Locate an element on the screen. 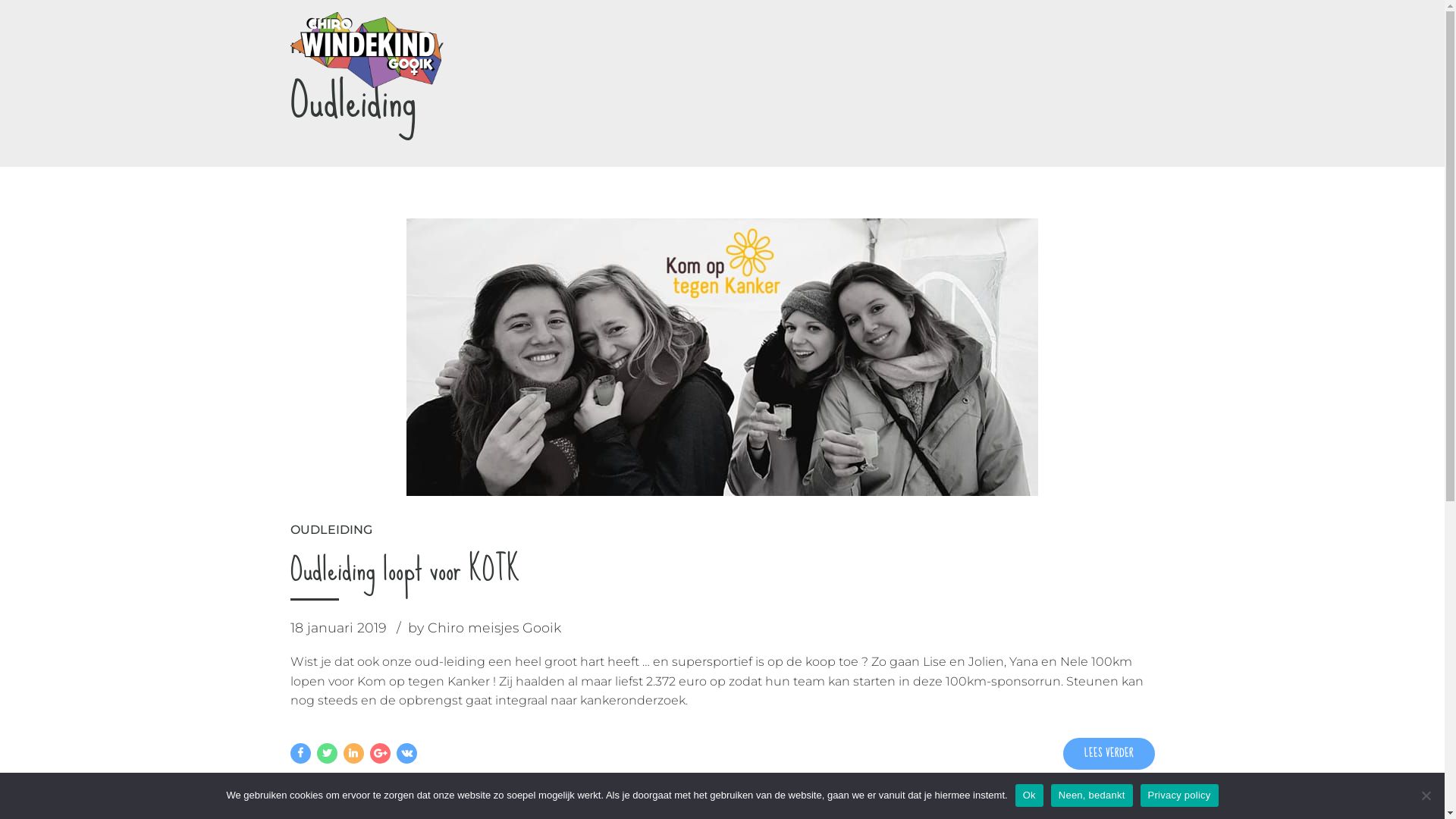 The height and width of the screenshot is (819, 1456). 'Privacy policy' is located at coordinates (1178, 795).